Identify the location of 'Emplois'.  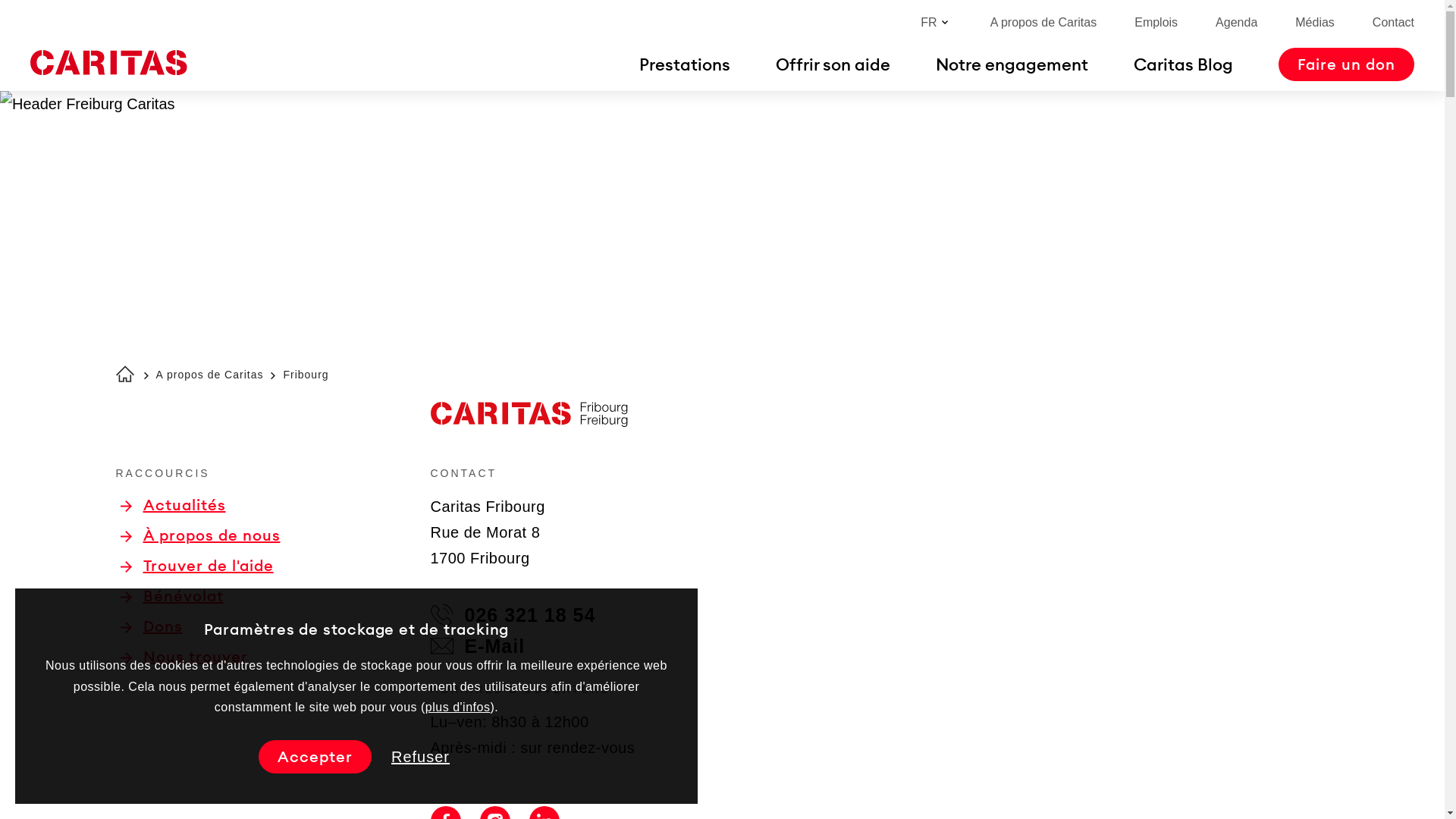
(1155, 22).